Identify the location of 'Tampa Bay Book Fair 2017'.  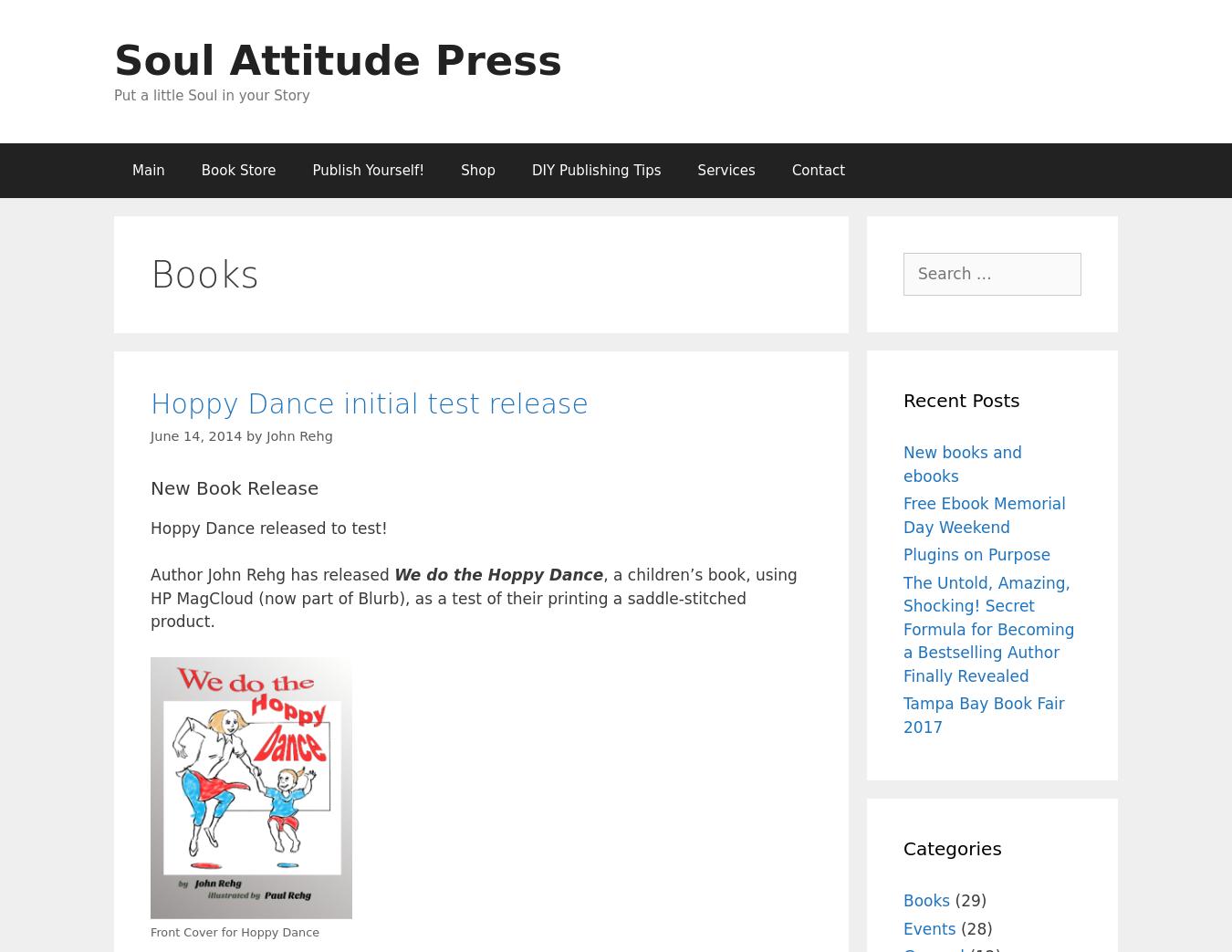
(983, 714).